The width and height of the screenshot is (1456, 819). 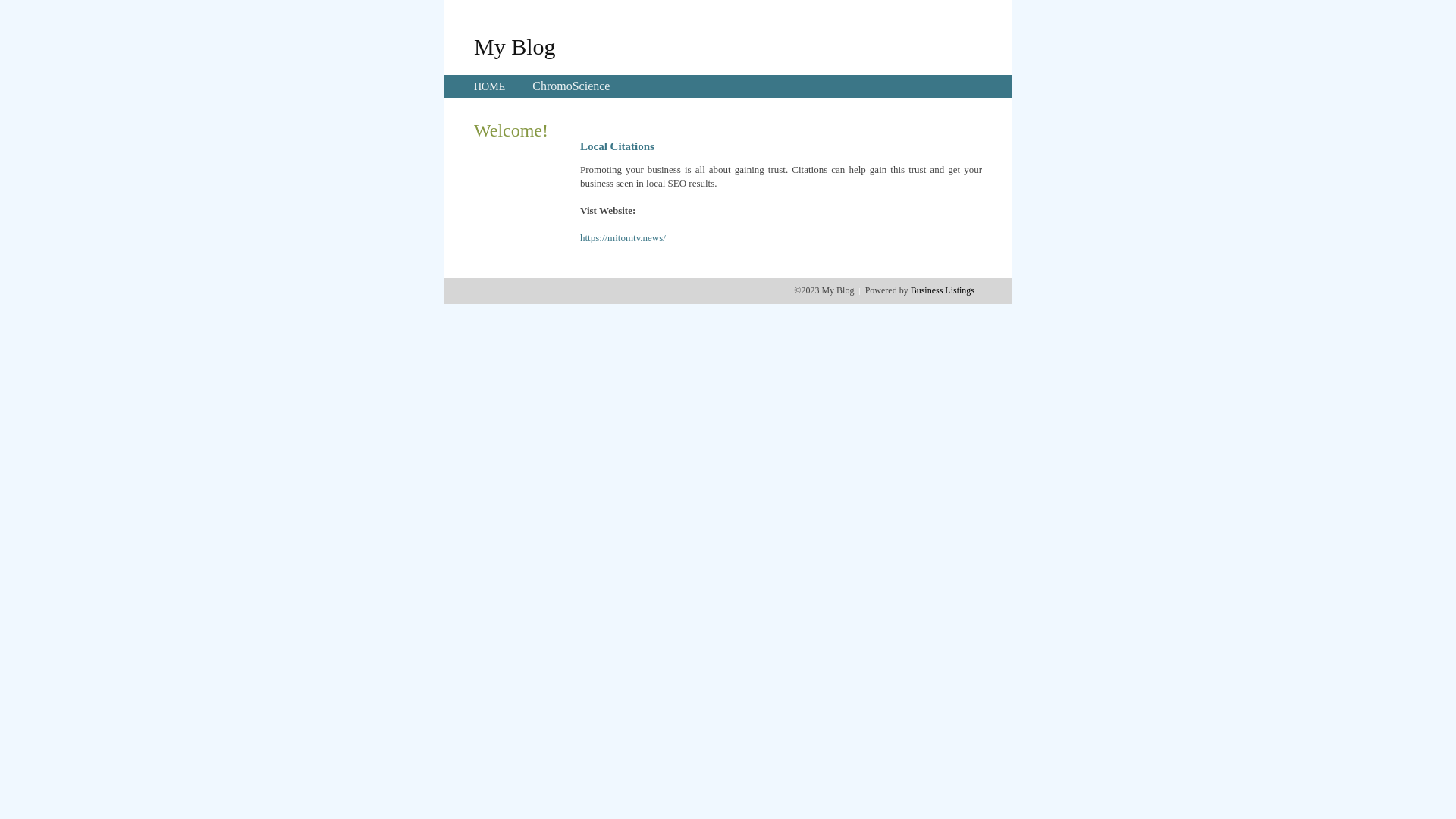 I want to click on 'HOME', so click(x=489, y=86).